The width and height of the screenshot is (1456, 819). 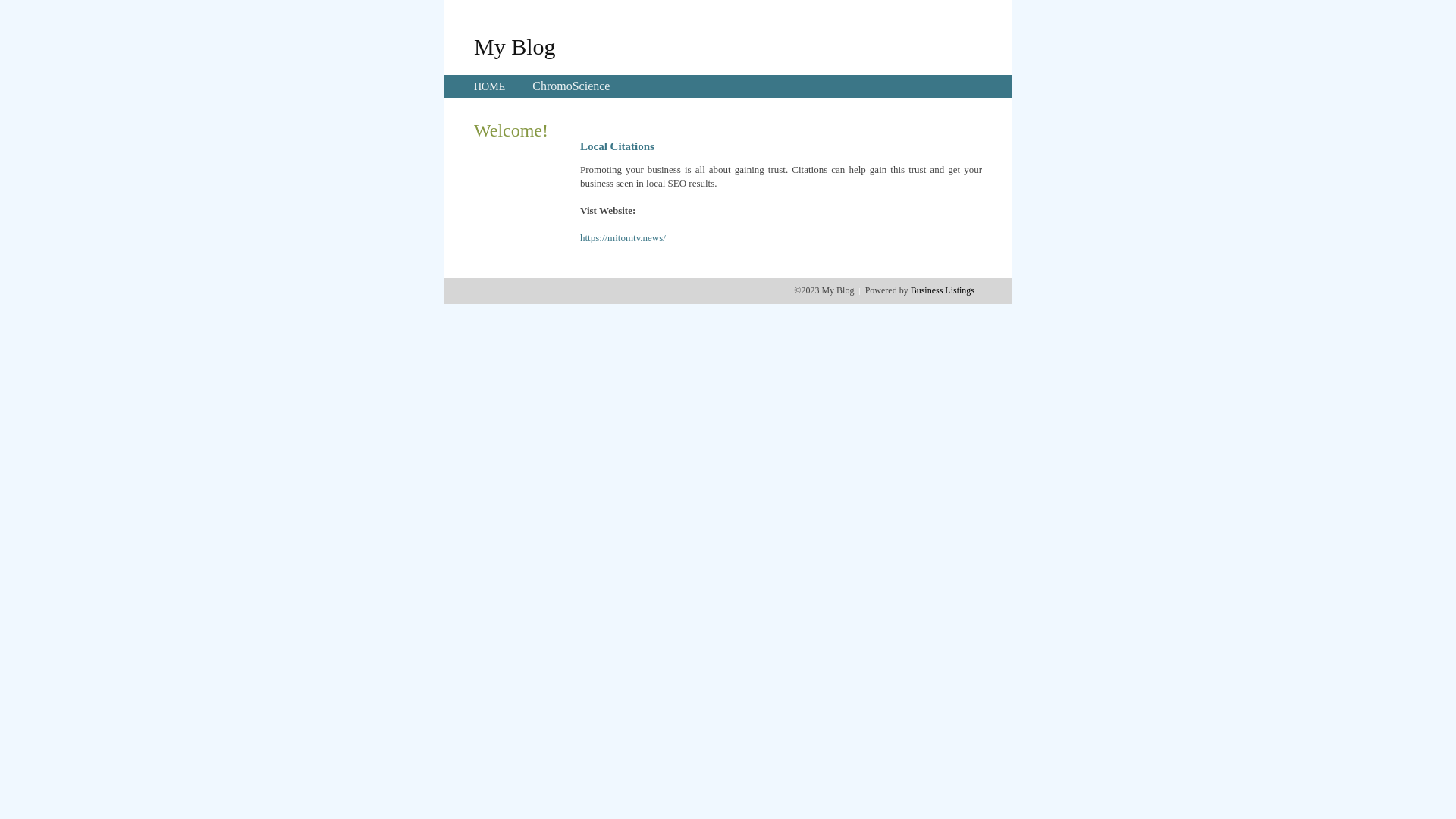 I want to click on 'HOME', so click(x=489, y=86).